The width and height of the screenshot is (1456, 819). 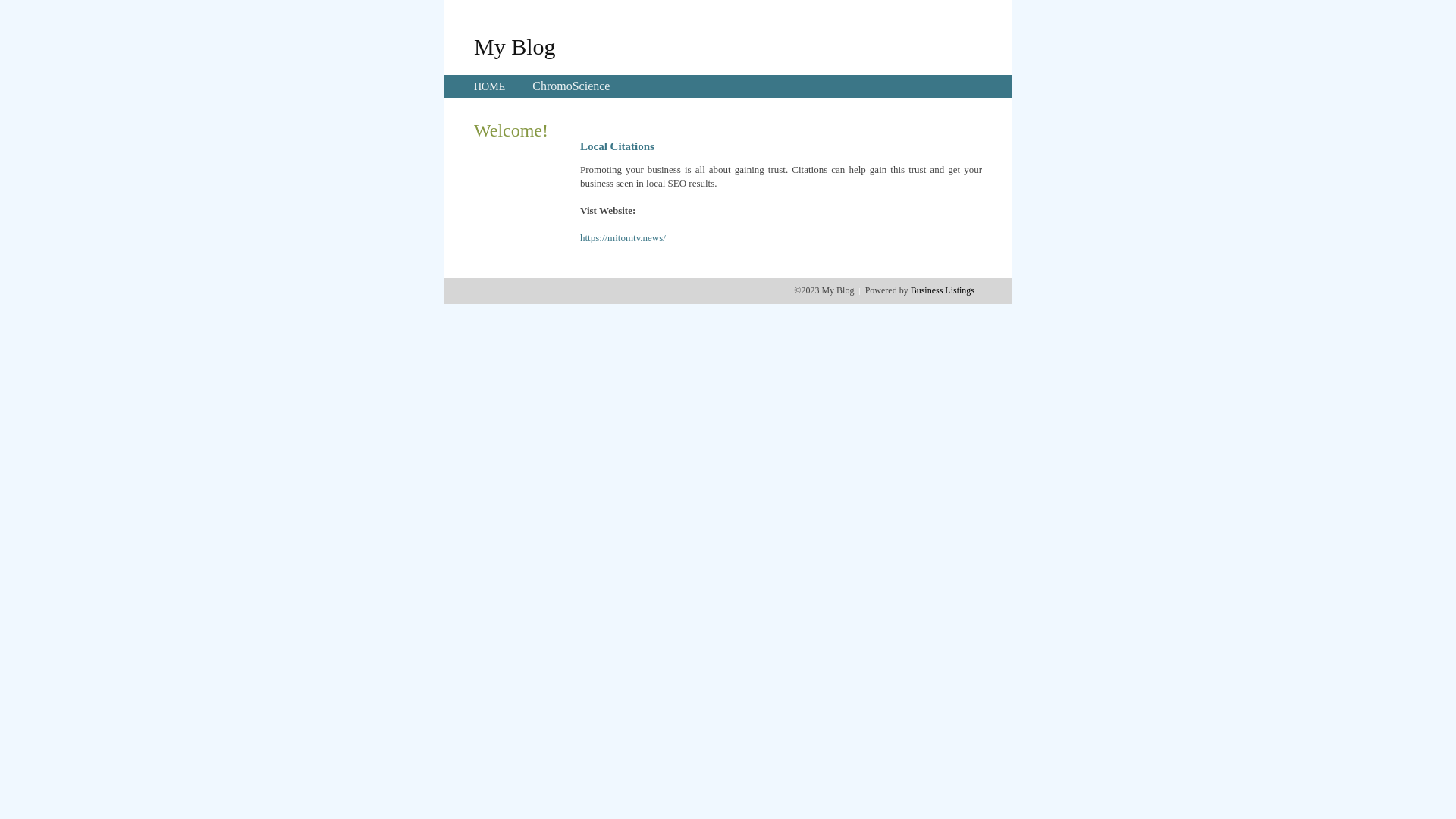 I want to click on 'HOME', so click(x=489, y=86).